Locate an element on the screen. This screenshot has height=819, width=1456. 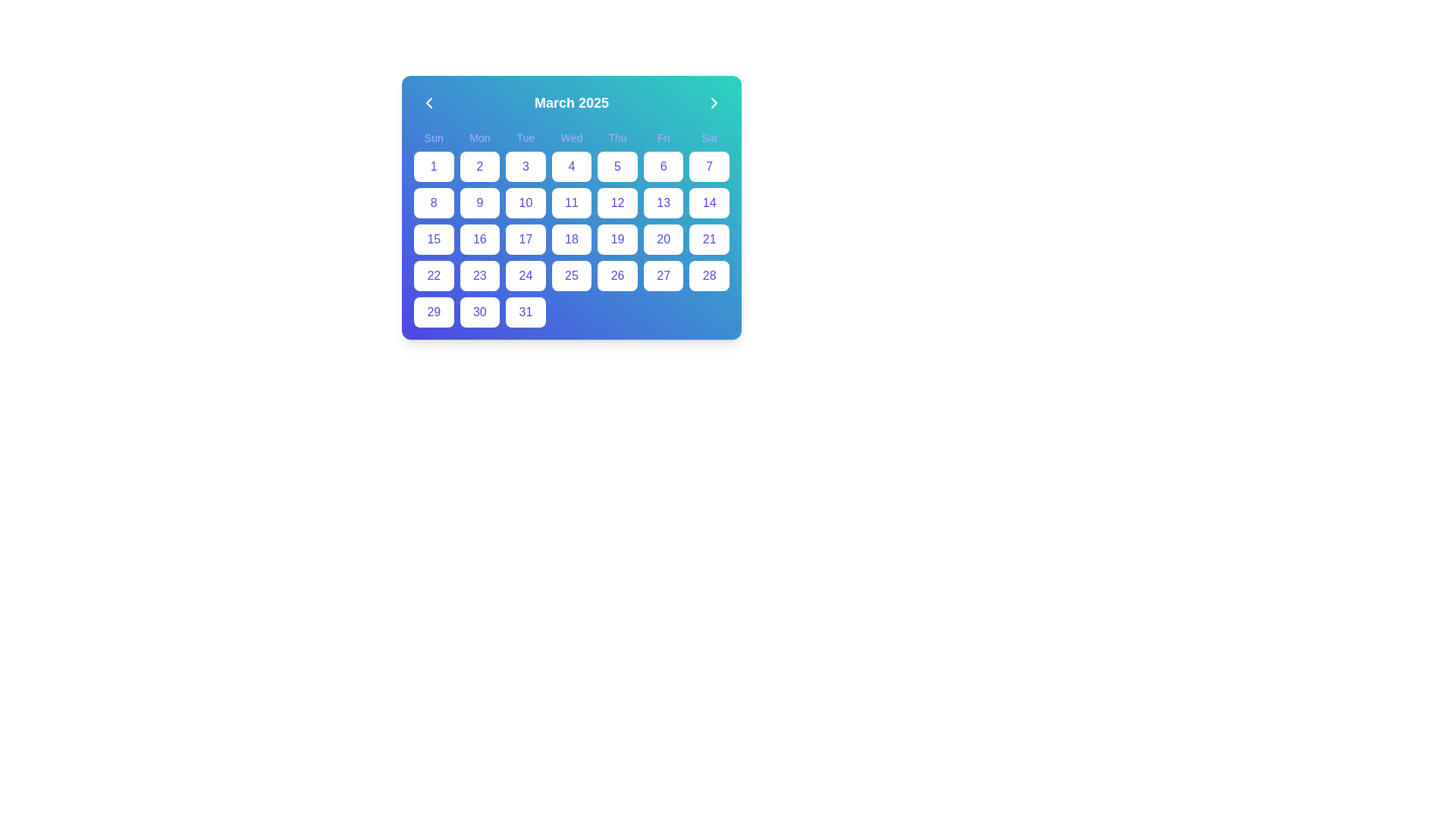
the Text Label representing 'Sat' in the calendar header, located in the 7th column of the grid layout is located at coordinates (708, 137).